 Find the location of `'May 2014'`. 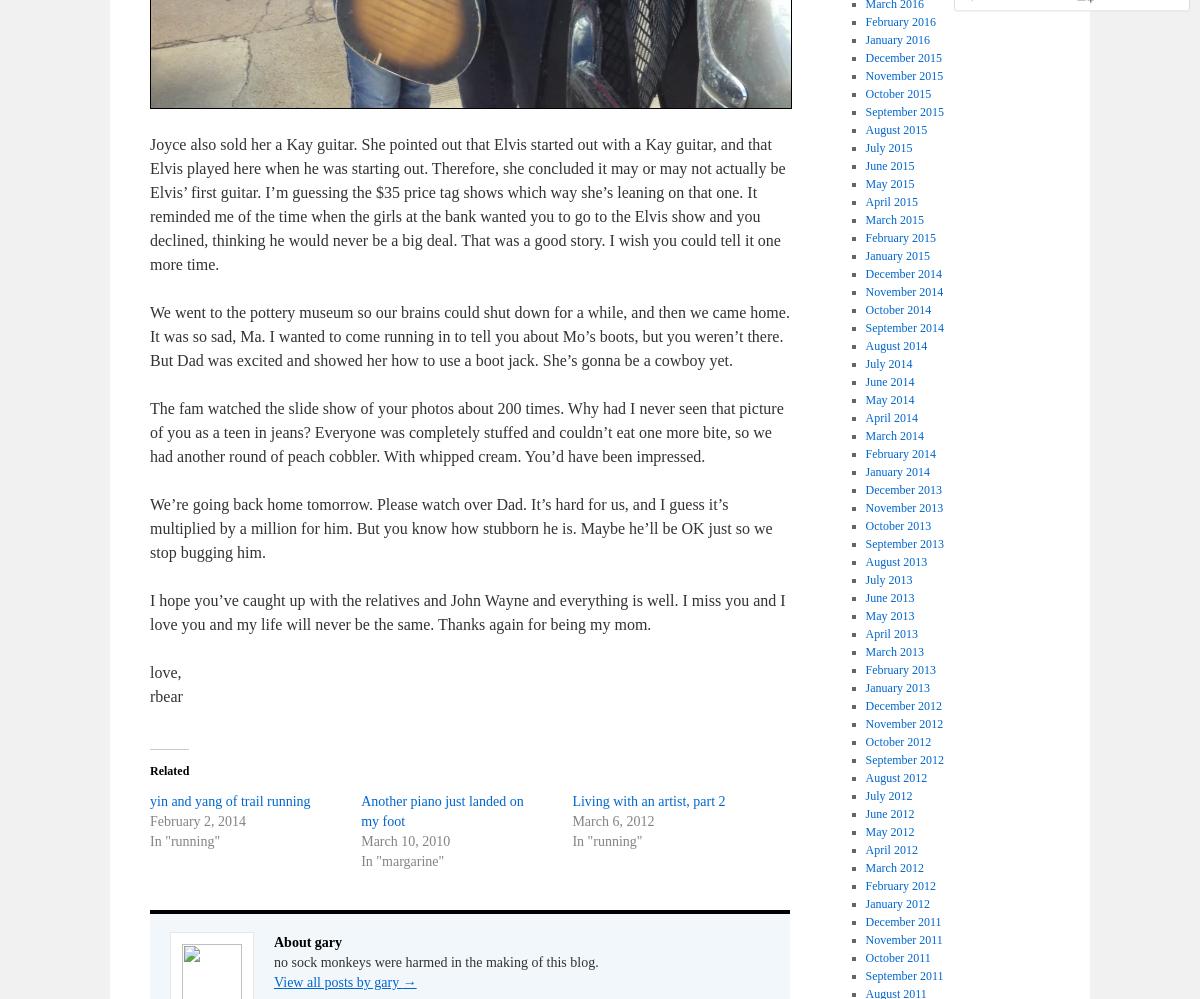

'May 2014' is located at coordinates (888, 398).